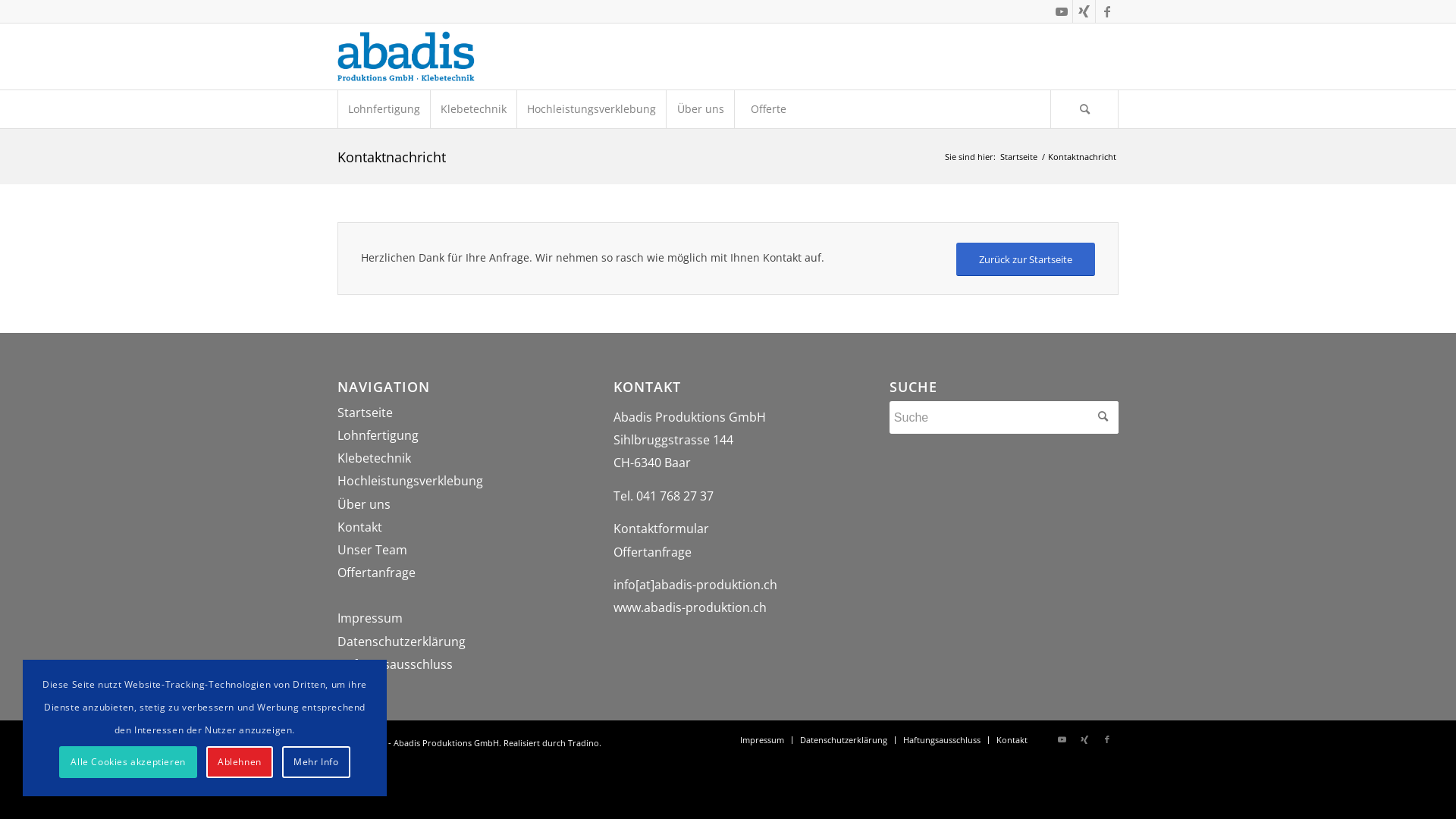 This screenshot has height=819, width=1456. I want to click on 'Ablehnen', so click(239, 762).